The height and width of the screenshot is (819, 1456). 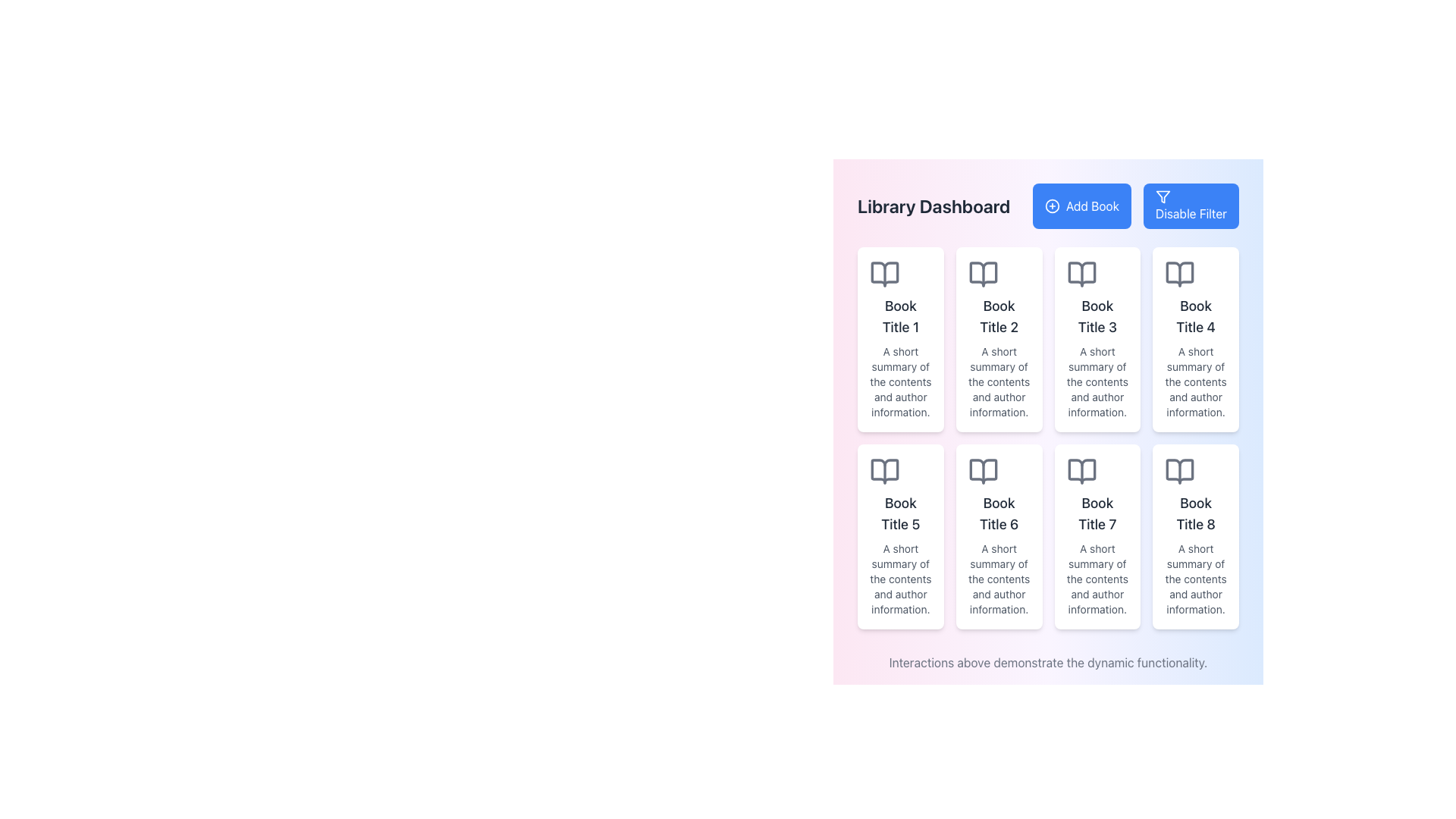 I want to click on the text summary located below the title 'Book Title 1' in the upper left card layout of the interface, so click(x=900, y=381).